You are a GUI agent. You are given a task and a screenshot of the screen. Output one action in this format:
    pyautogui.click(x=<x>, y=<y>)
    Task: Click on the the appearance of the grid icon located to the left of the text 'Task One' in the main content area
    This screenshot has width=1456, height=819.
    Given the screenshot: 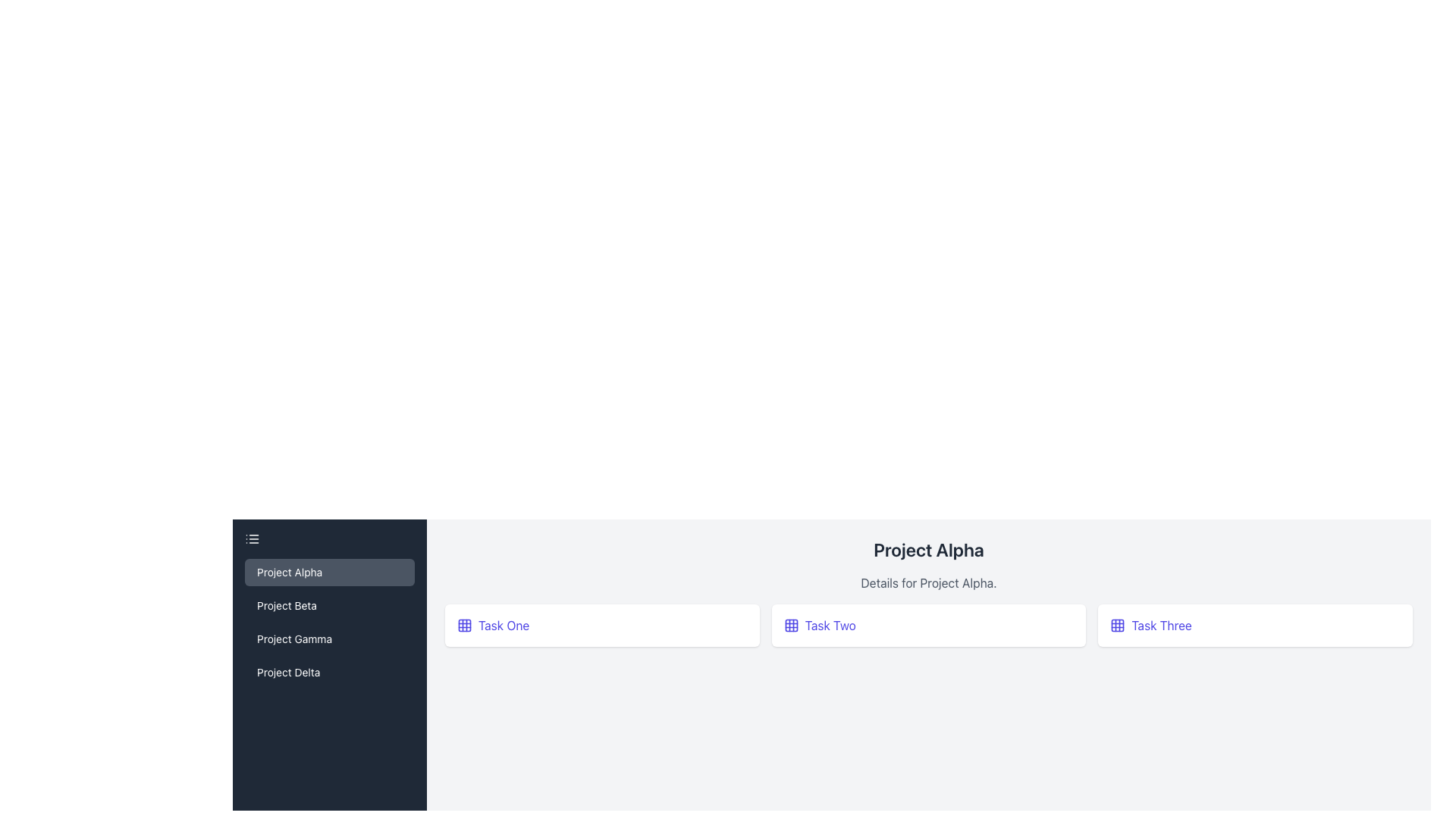 What is the action you would take?
    pyautogui.click(x=464, y=626)
    